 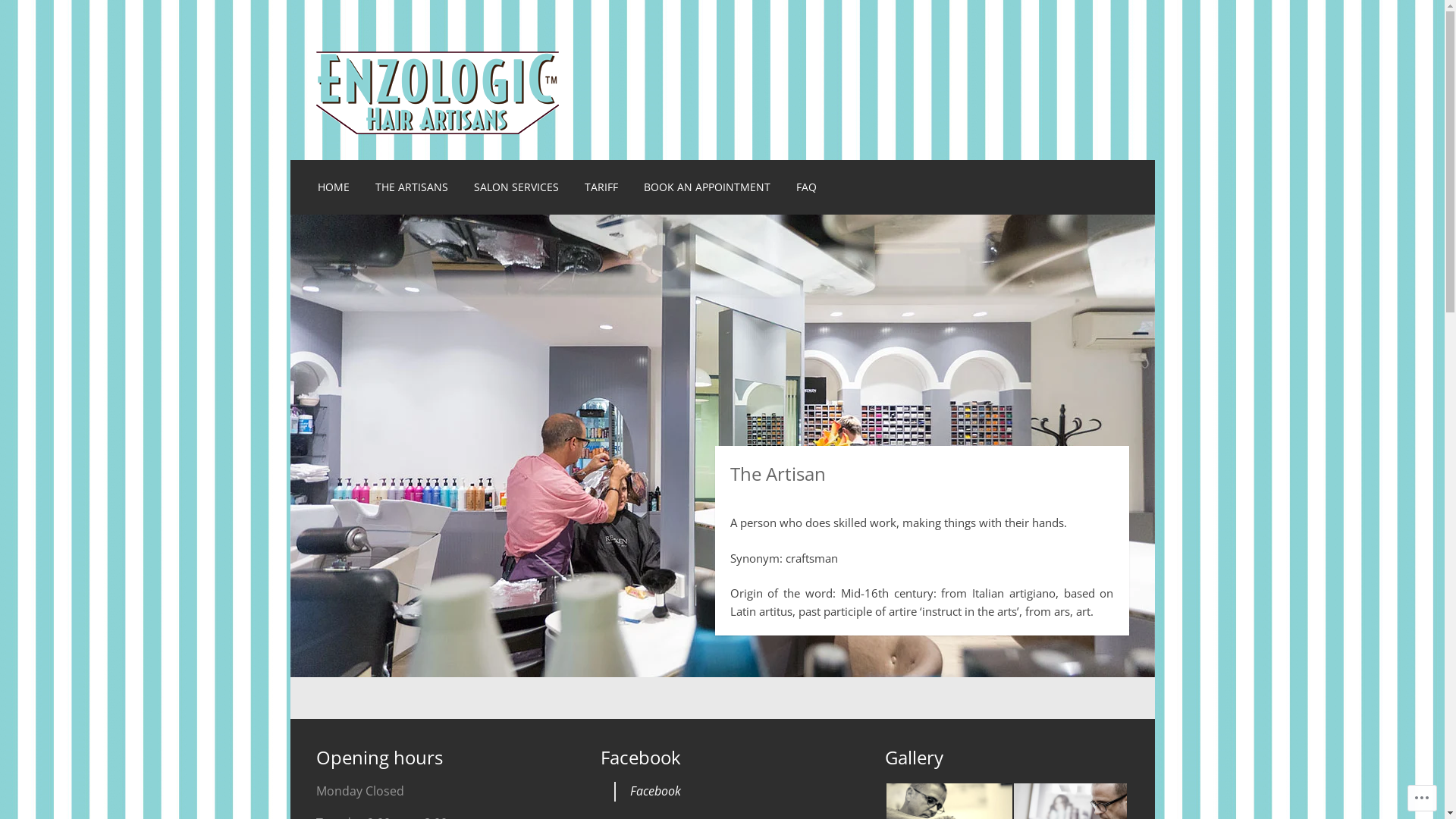 I want to click on 'THE ARTISANS', so click(x=411, y=186).